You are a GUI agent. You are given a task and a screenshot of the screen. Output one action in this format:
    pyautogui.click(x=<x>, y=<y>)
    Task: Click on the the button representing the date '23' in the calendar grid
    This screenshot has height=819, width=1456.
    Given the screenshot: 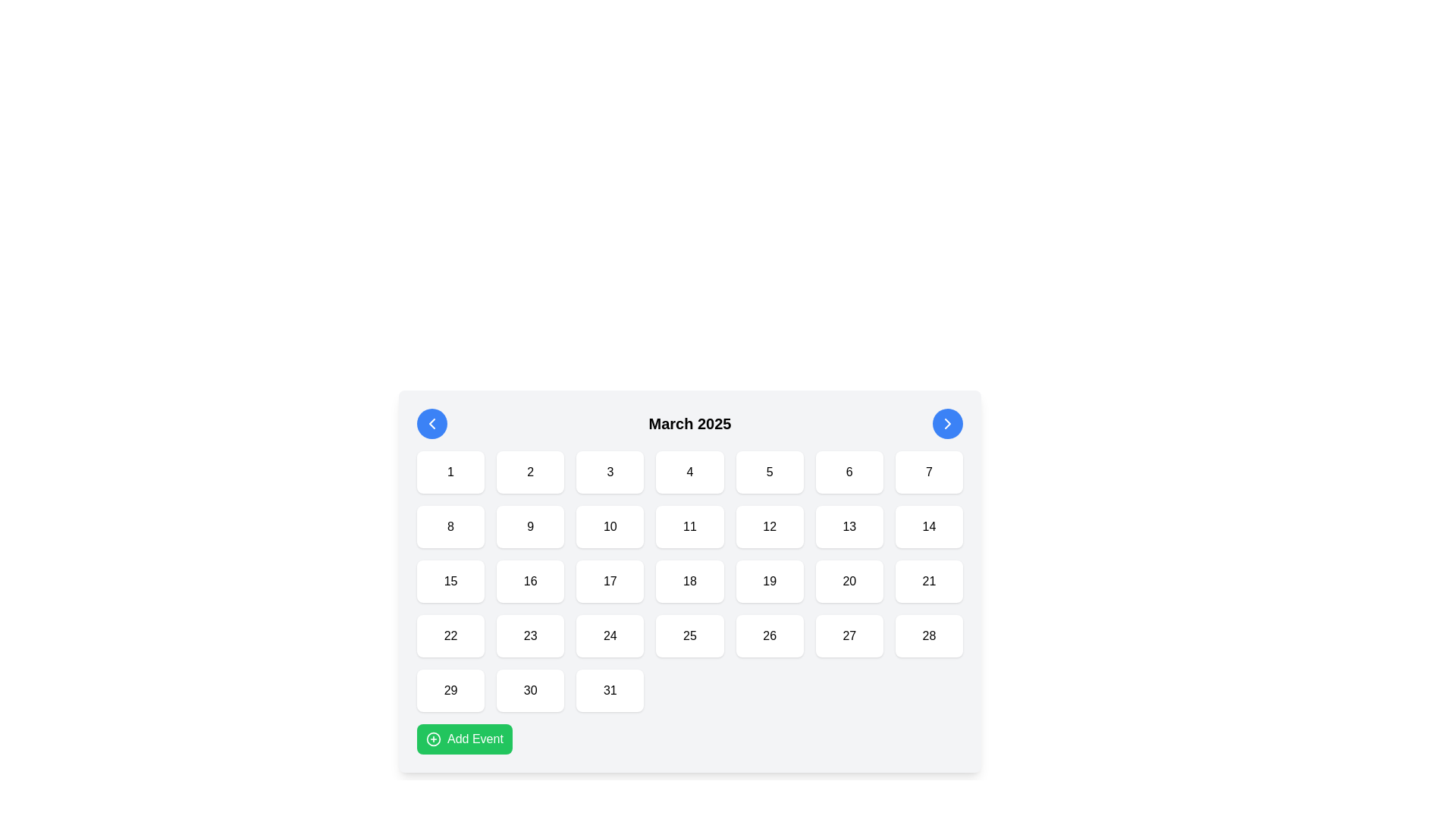 What is the action you would take?
    pyautogui.click(x=530, y=636)
    